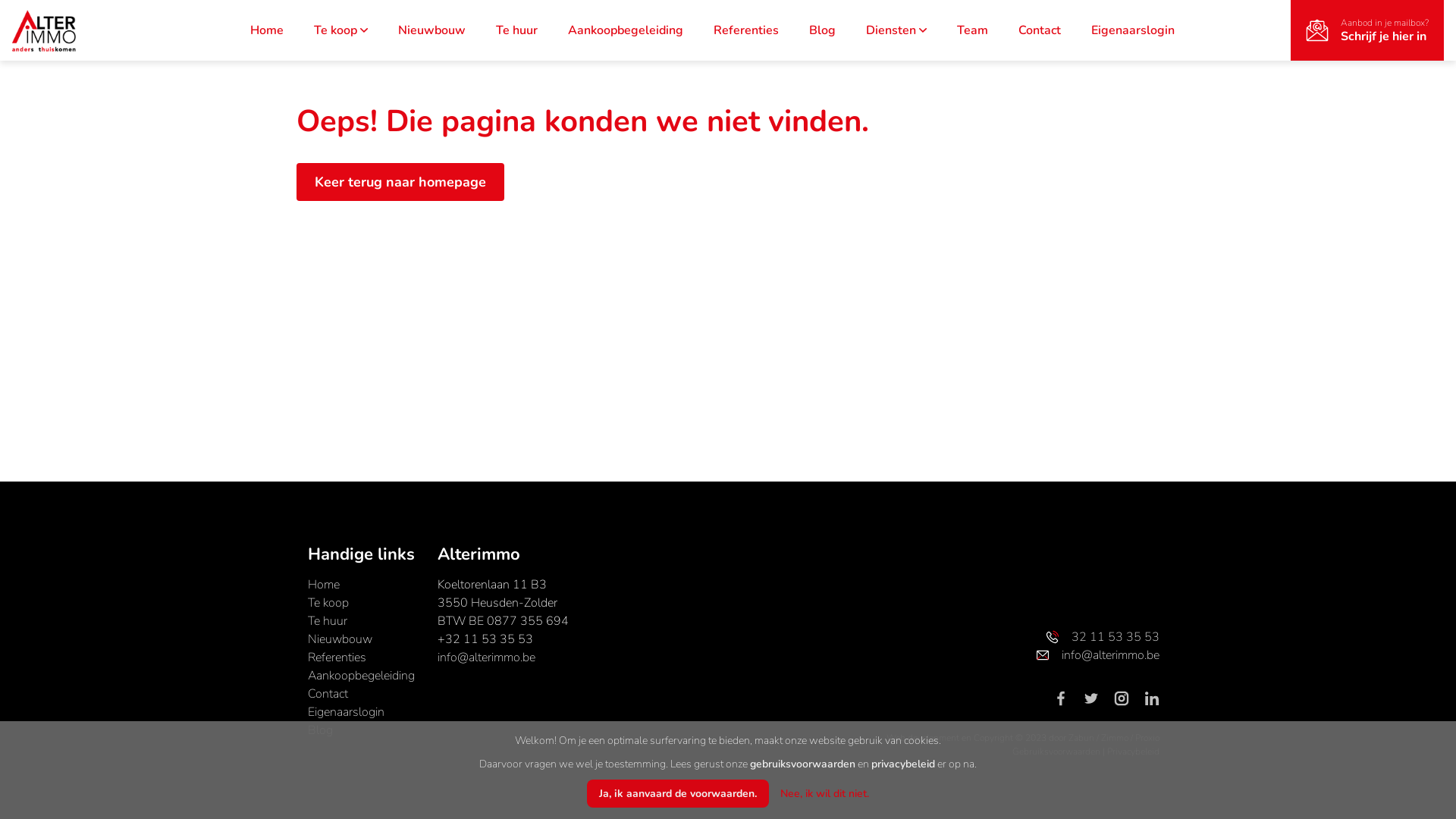 The height and width of the screenshot is (819, 1456). I want to click on 'Nieuwbouw', so click(307, 639).